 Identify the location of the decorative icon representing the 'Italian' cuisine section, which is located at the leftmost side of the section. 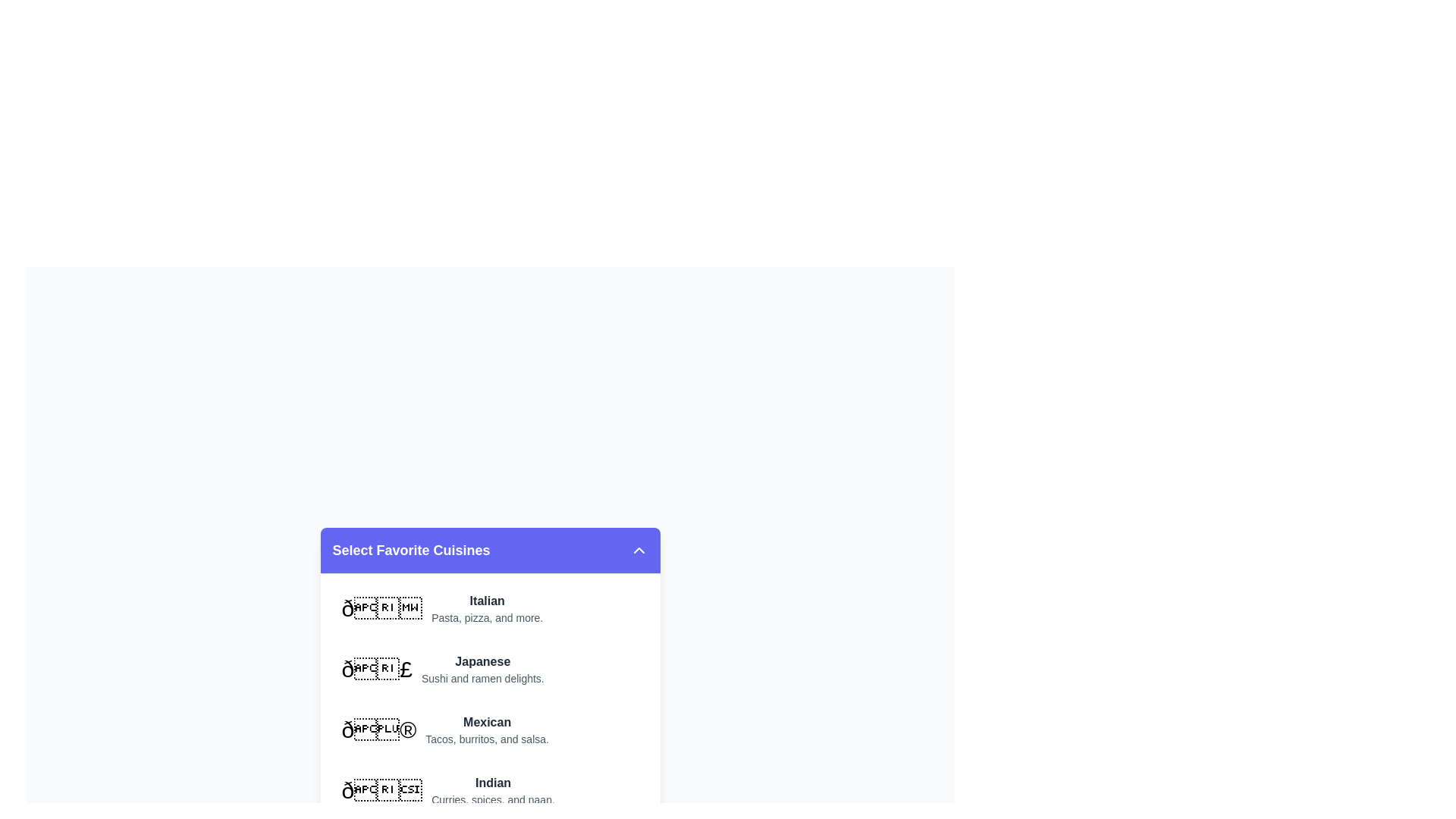
(381, 607).